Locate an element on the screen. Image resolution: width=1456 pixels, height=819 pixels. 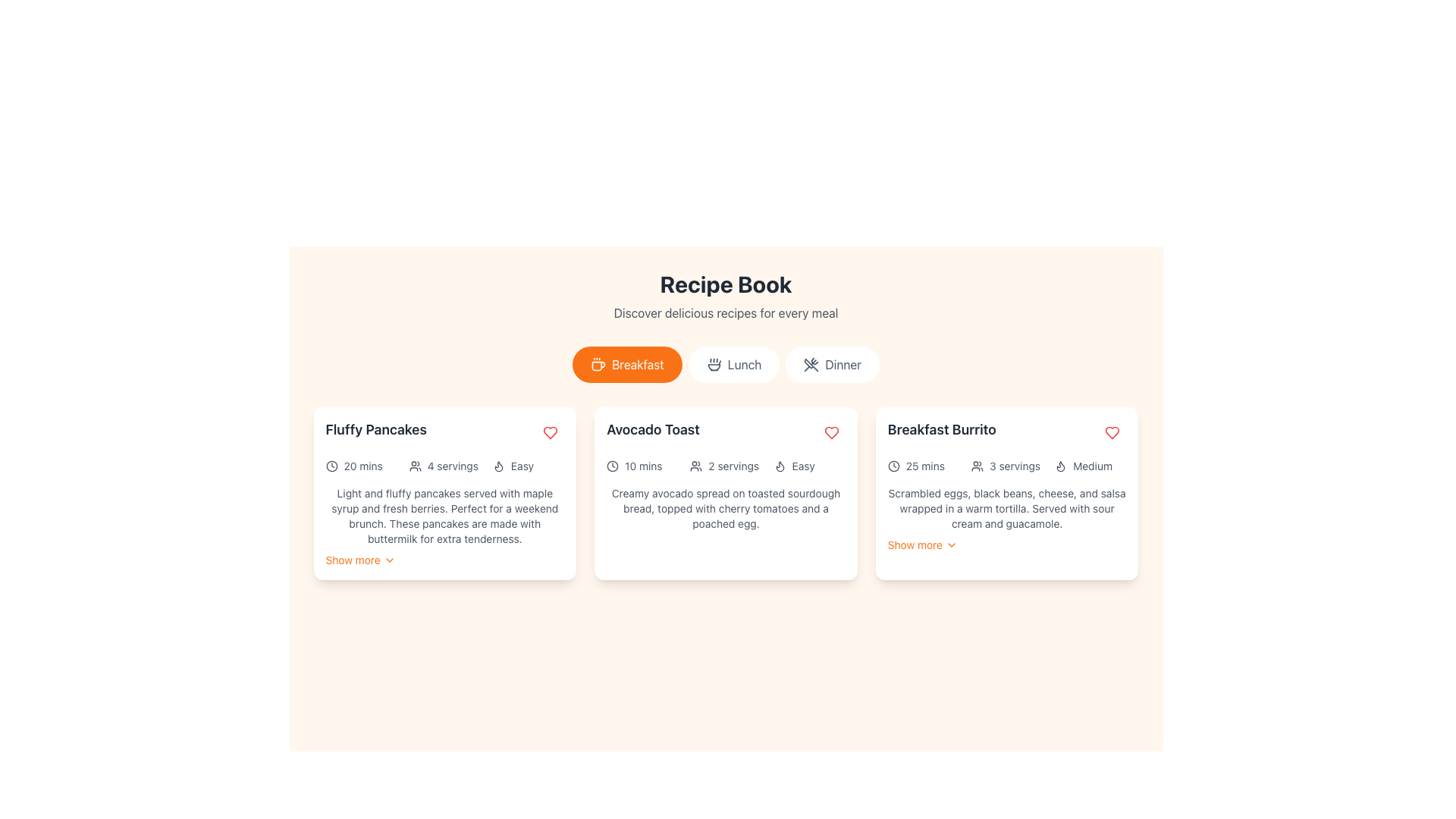
the expandable dropdown icon located at the bottom-right of the 'Breakfast Burrito' card is located at coordinates (950, 544).